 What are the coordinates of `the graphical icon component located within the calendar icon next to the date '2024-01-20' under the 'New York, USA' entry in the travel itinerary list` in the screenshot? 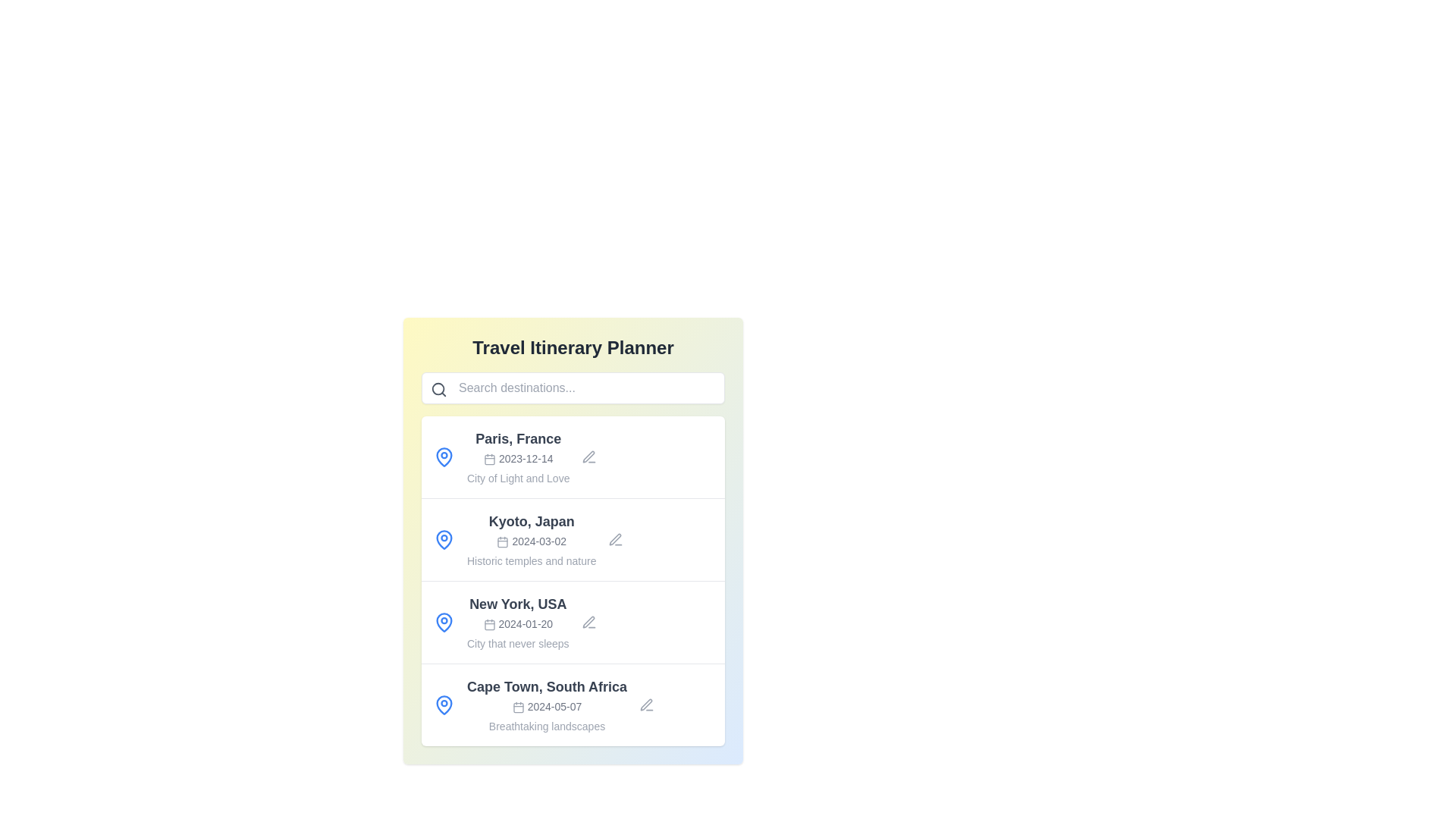 It's located at (489, 625).